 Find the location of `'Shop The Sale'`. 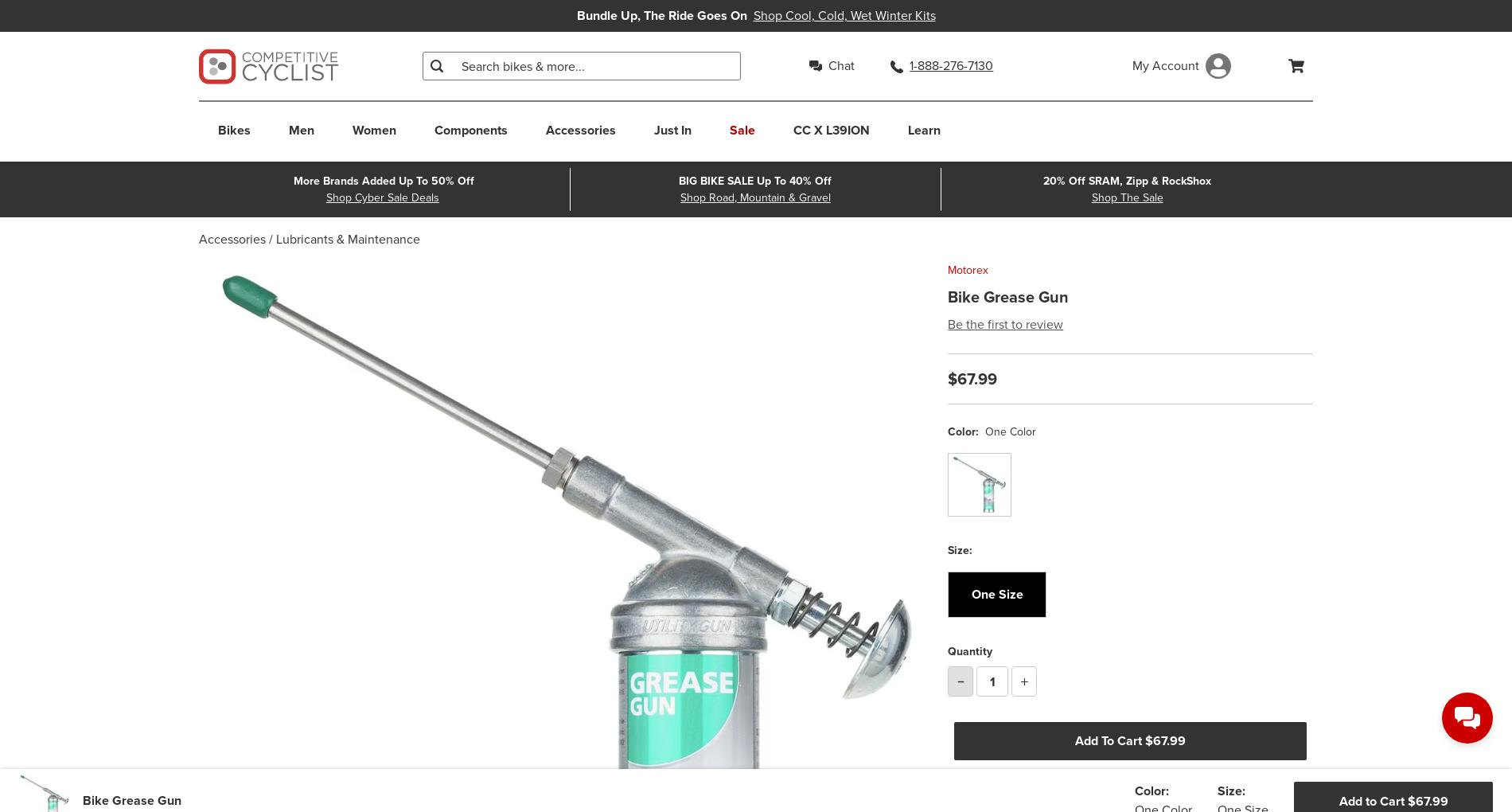

'Shop The Sale' is located at coordinates (1126, 197).